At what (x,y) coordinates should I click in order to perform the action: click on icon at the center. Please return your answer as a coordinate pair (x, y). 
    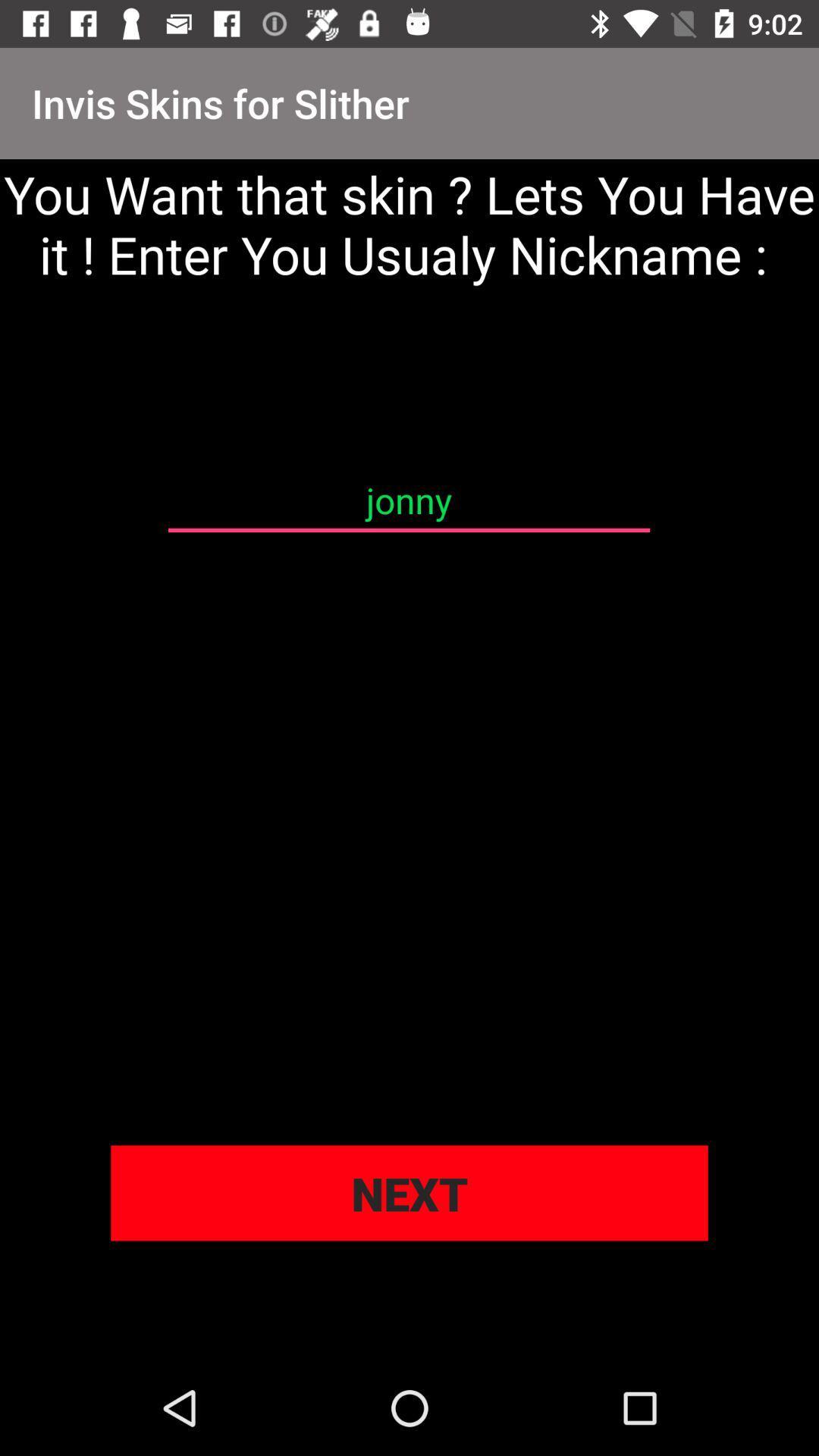
    Looking at the image, I should click on (408, 500).